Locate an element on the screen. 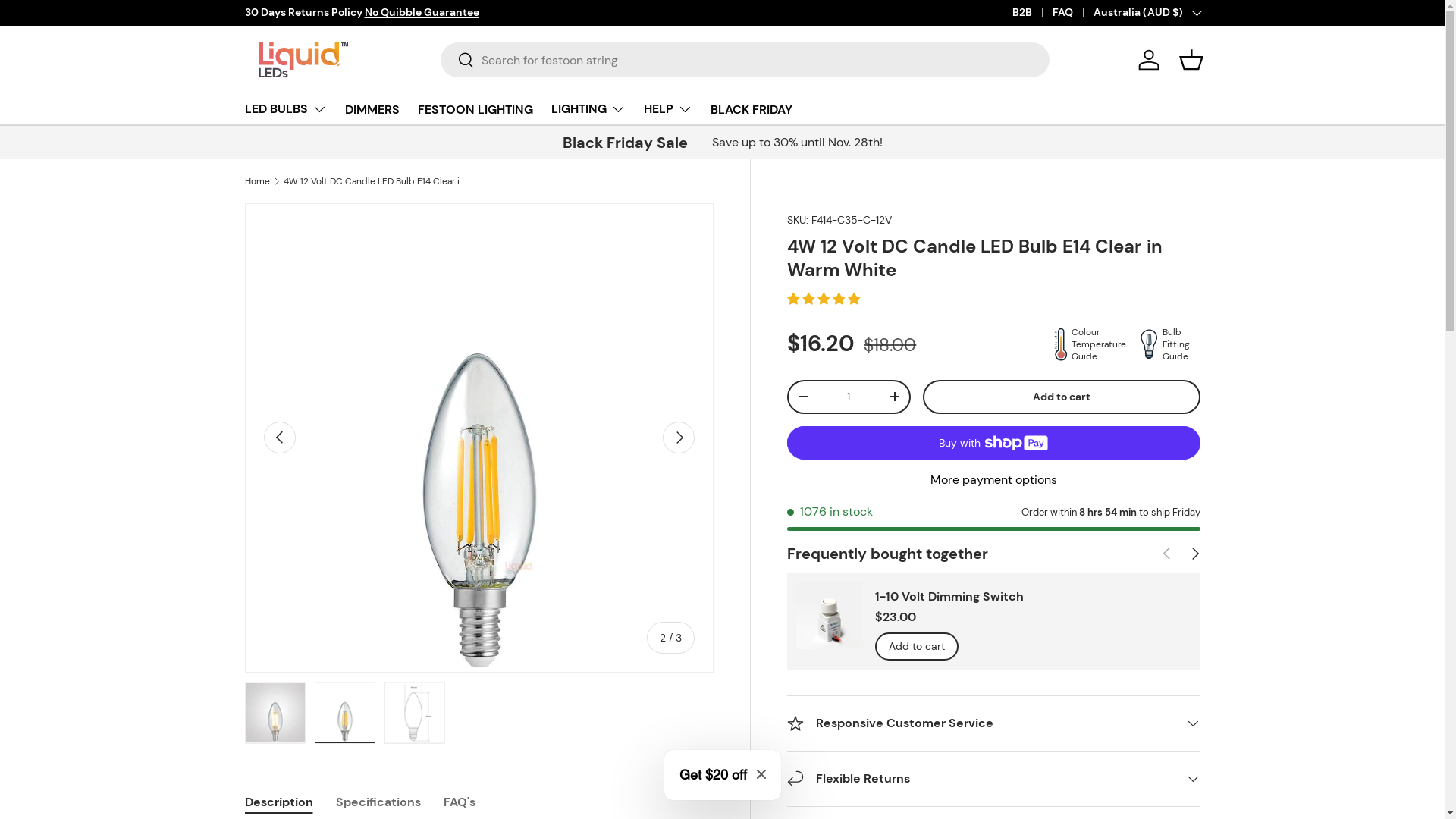 The width and height of the screenshot is (1456, 819). 'Bulb Fitting Guide' is located at coordinates (1164, 344).